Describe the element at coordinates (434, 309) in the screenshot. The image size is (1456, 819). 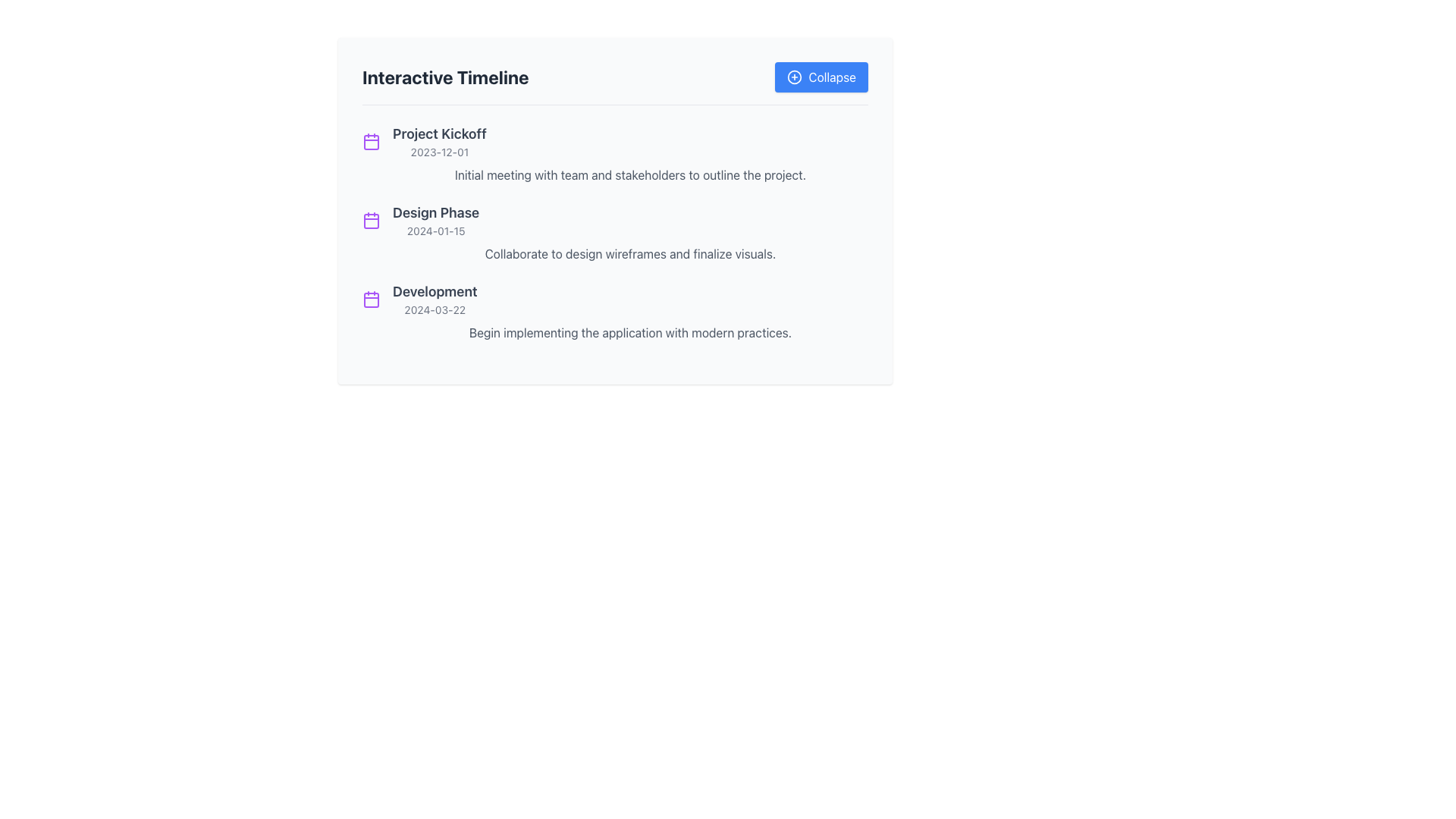
I see `the text label displaying '2024-03-22' located beneath the title 'Development' in a timeline display` at that location.